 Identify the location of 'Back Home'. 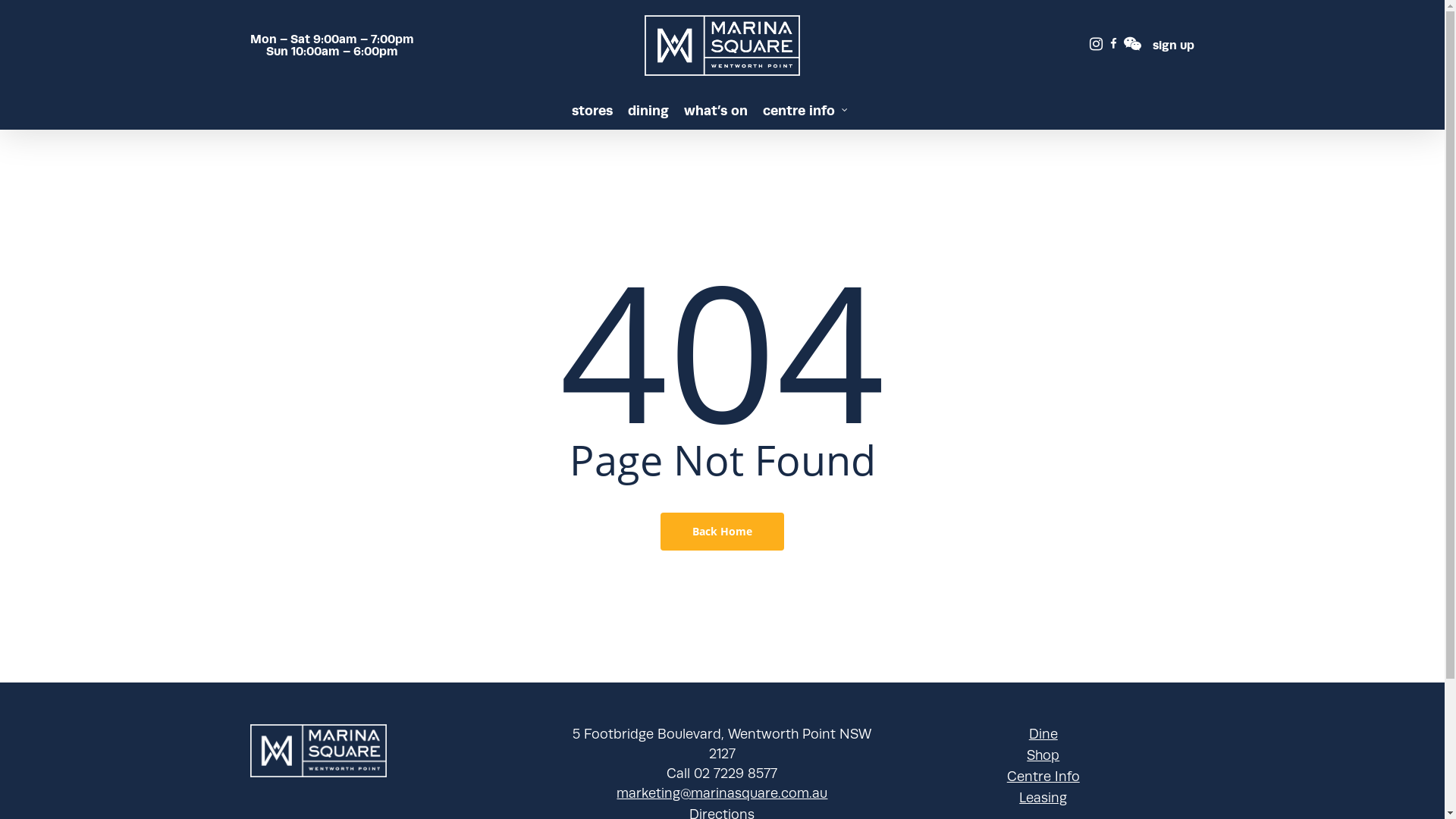
(721, 531).